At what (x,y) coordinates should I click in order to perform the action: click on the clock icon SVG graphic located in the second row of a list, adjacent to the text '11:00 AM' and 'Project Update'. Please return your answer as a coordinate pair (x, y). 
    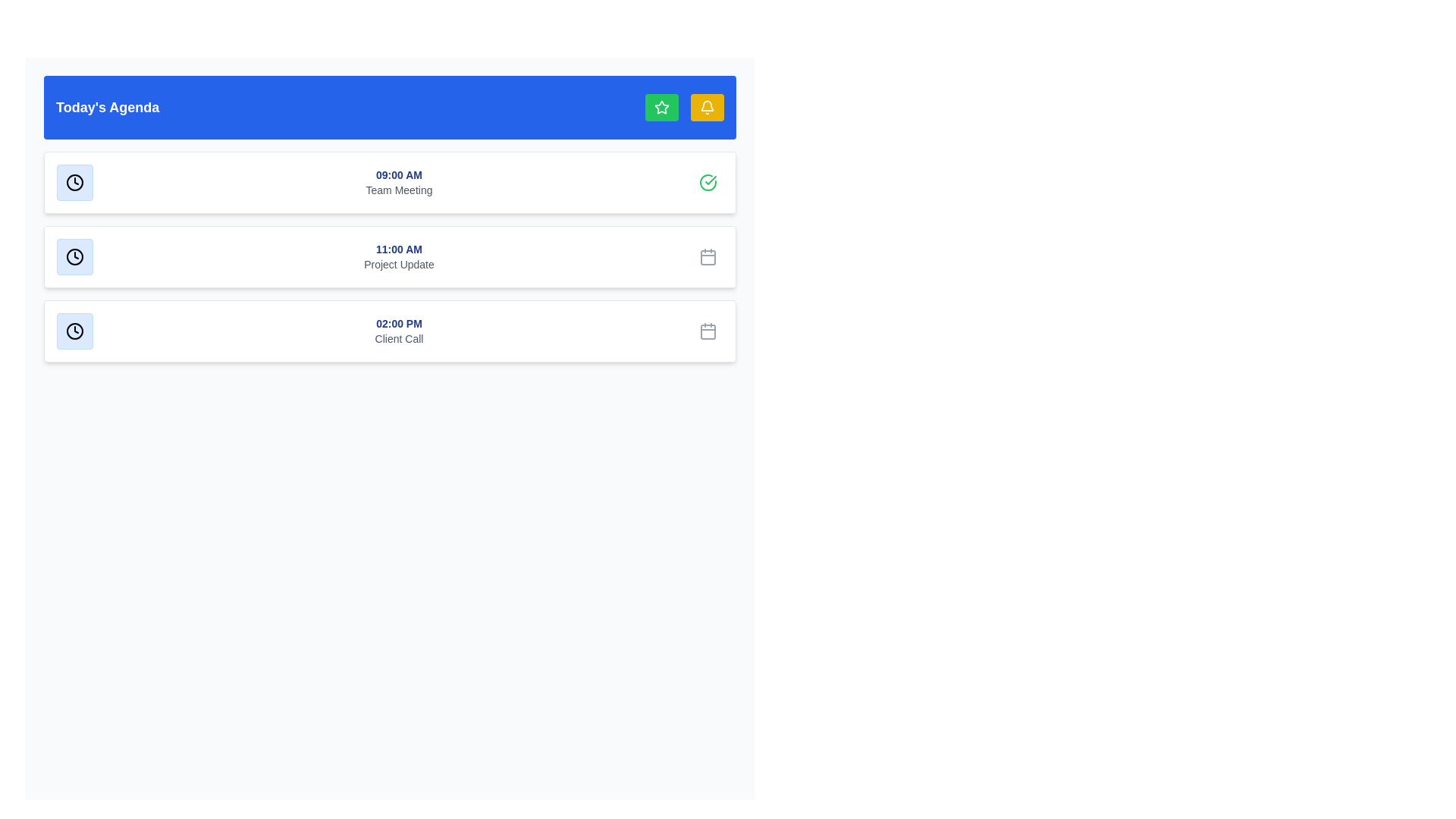
    Looking at the image, I should click on (74, 256).